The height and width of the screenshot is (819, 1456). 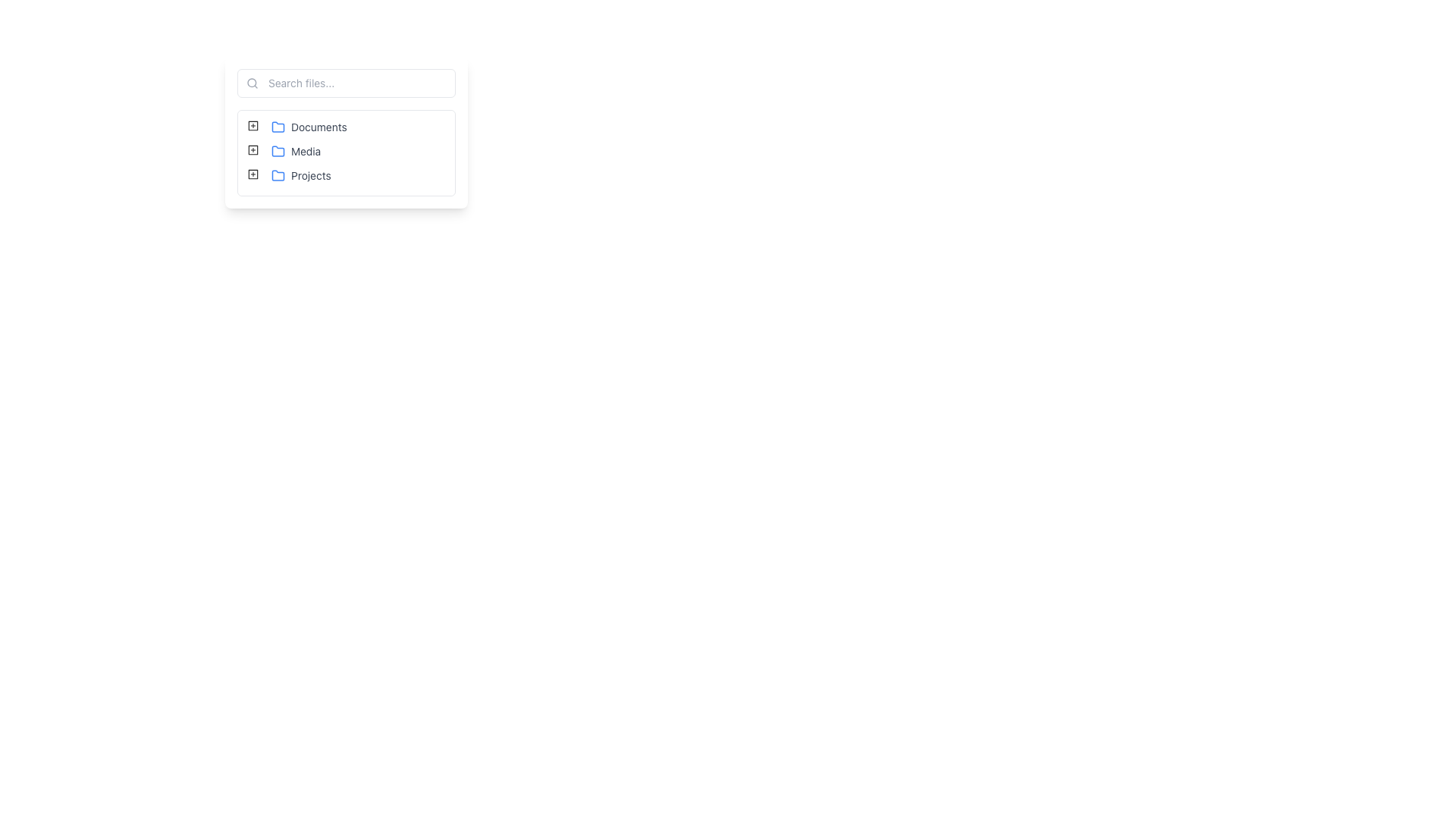 What do you see at coordinates (253, 127) in the screenshot?
I see `the Expand/collapse toggle button located to the left of the 'Documents' folder label in the vertical file-tree component` at bounding box center [253, 127].